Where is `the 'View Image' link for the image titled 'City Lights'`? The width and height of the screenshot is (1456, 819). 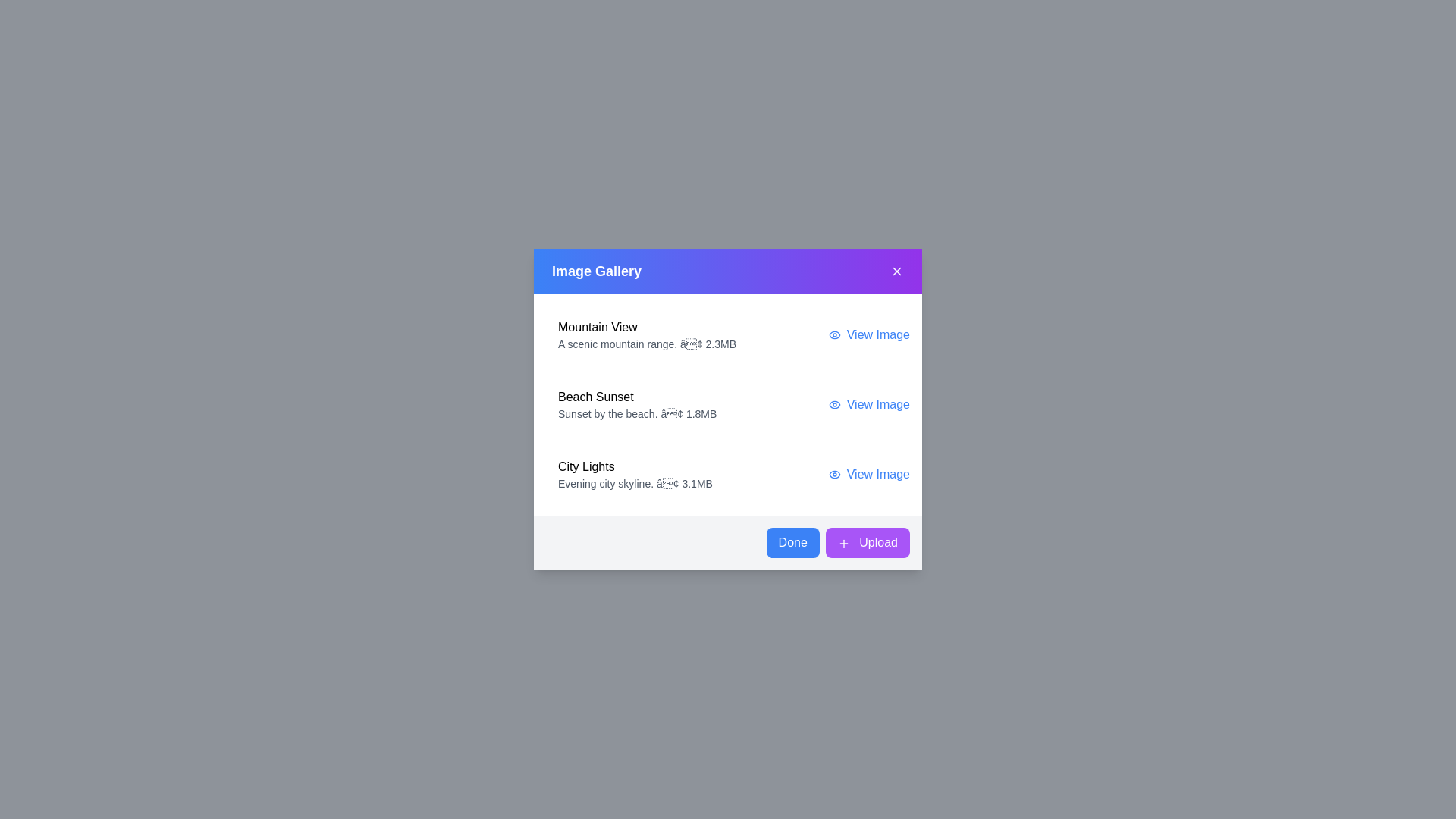
the 'View Image' link for the image titled 'City Lights' is located at coordinates (869, 473).